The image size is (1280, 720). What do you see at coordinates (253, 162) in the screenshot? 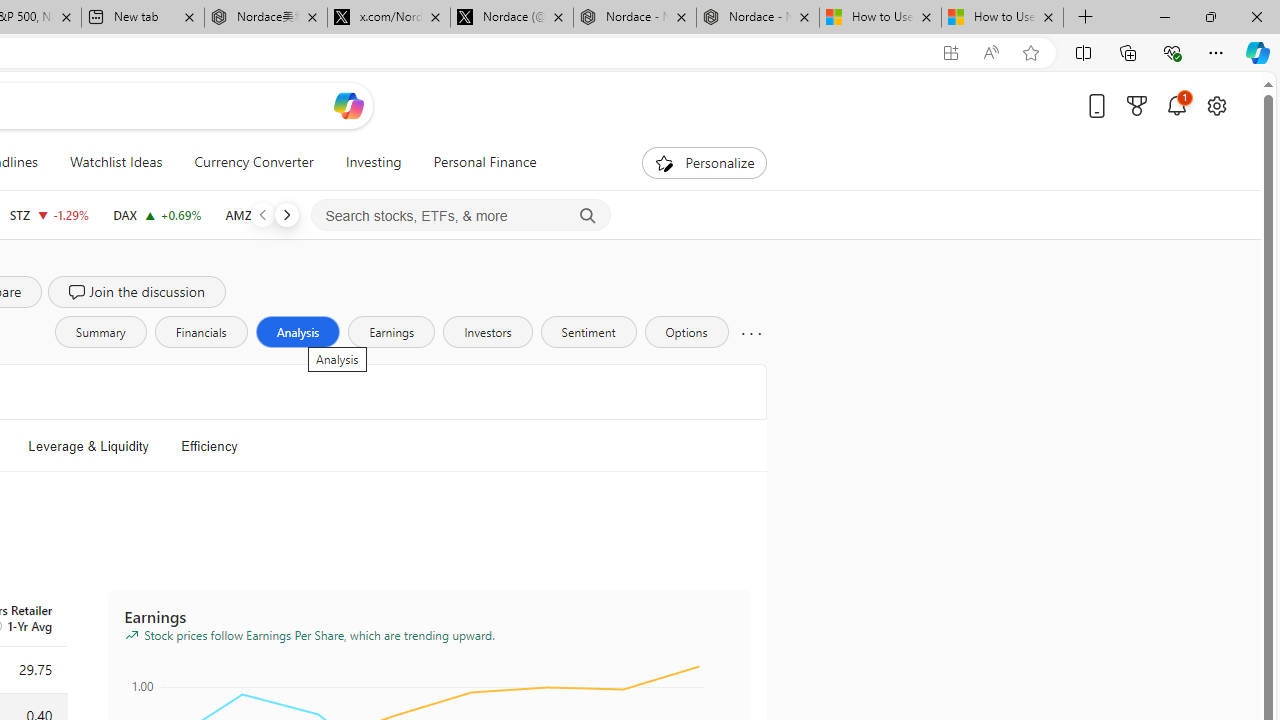
I see `'Currency Converter'` at bounding box center [253, 162].